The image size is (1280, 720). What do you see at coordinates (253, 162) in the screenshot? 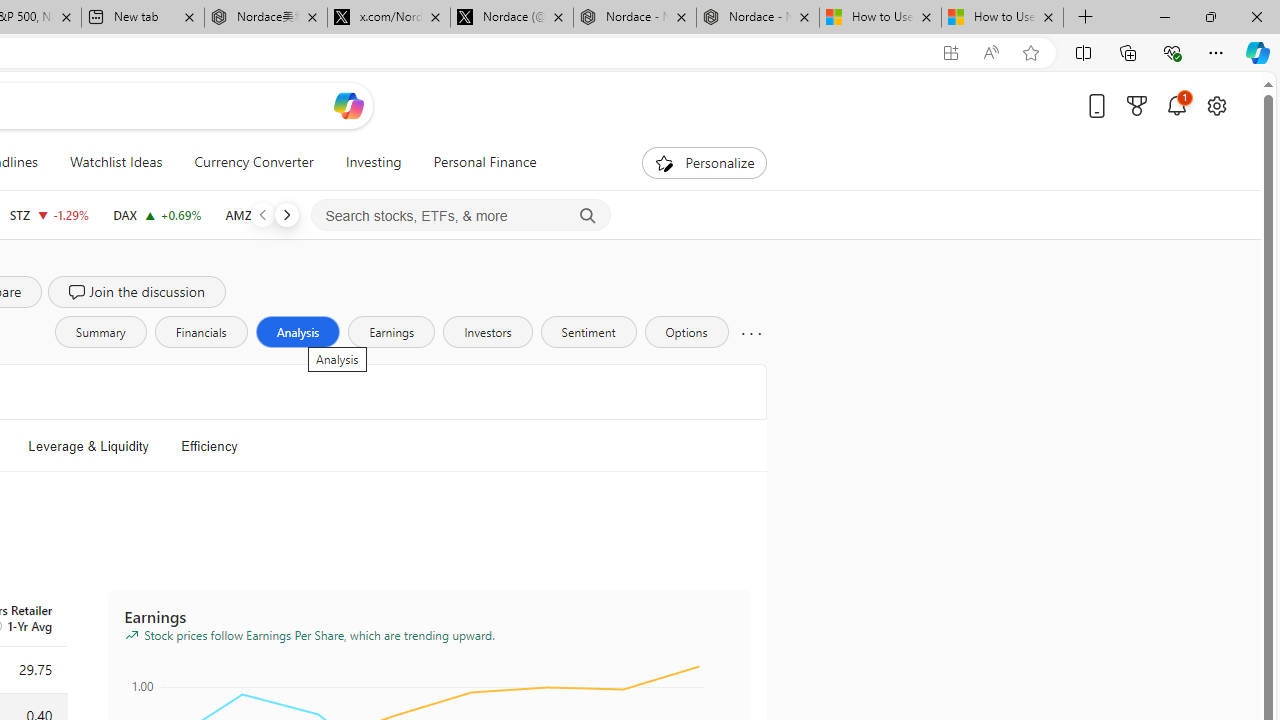
I see `'Currency Converter'` at bounding box center [253, 162].